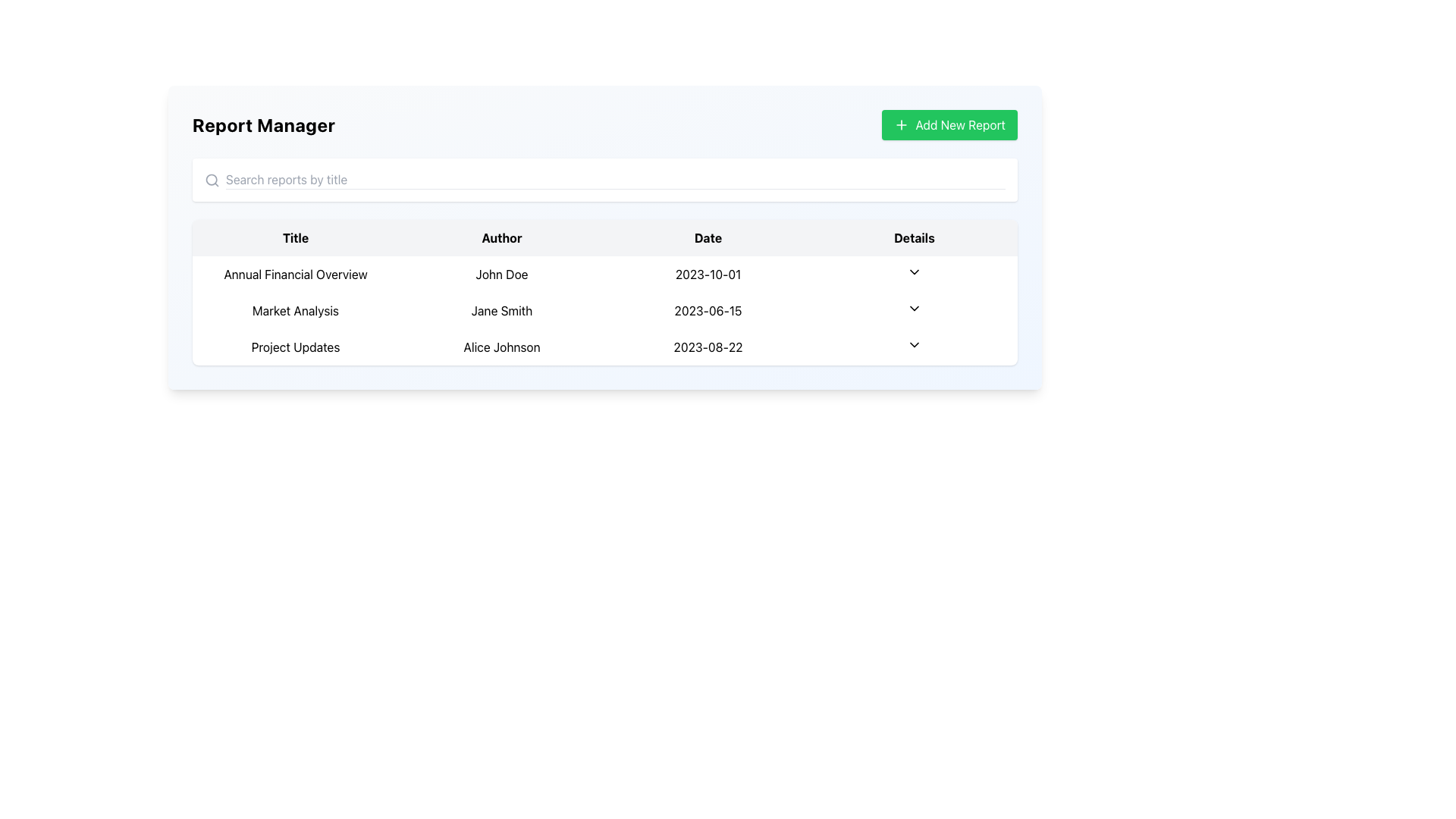 Image resolution: width=1456 pixels, height=819 pixels. I want to click on the inner circle of the magnifying glass icon, which is gray and located to the left of the 'Search reports by title' input field, so click(211, 178).